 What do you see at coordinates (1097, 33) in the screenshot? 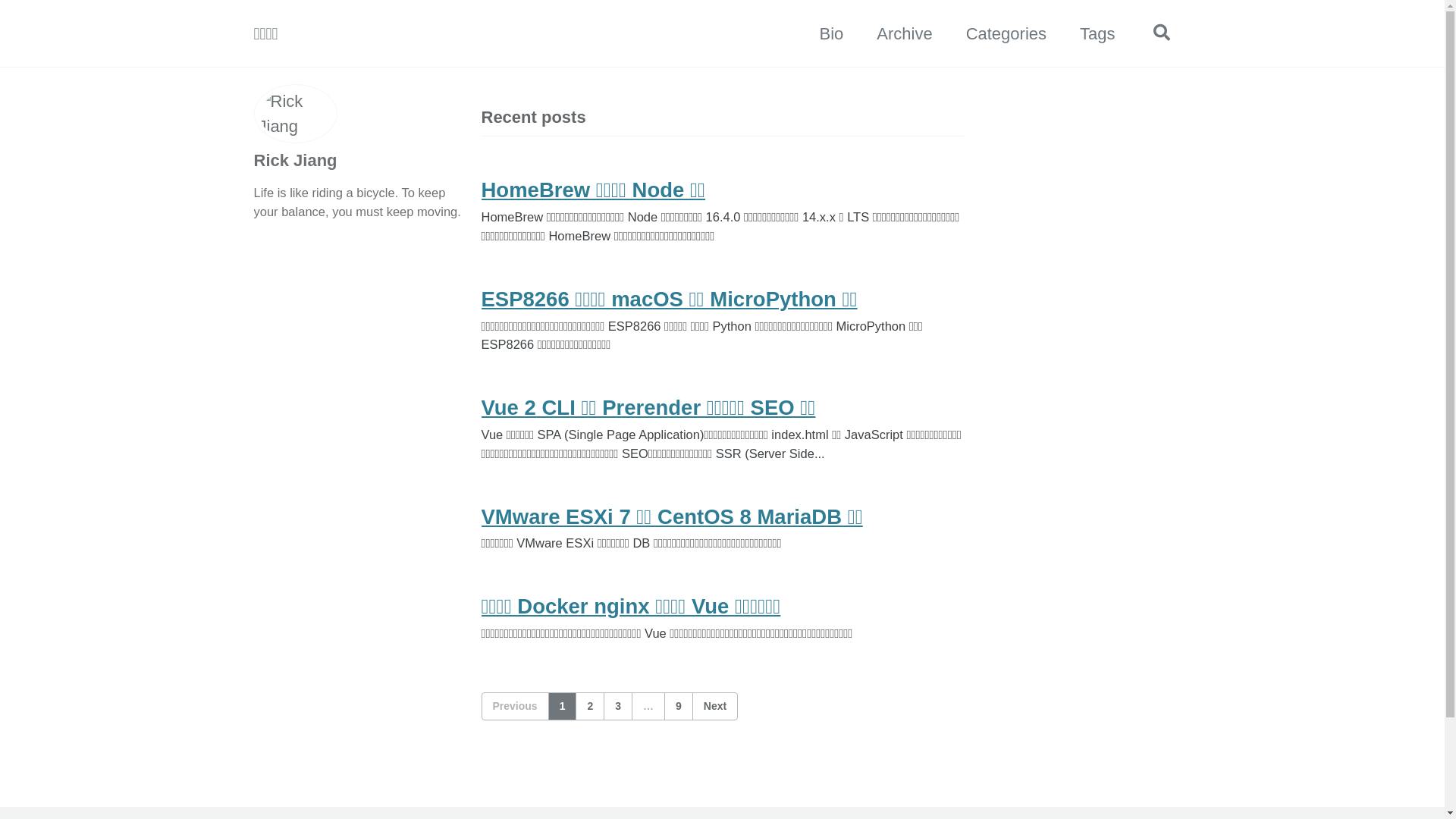
I see `'Tags'` at bounding box center [1097, 33].